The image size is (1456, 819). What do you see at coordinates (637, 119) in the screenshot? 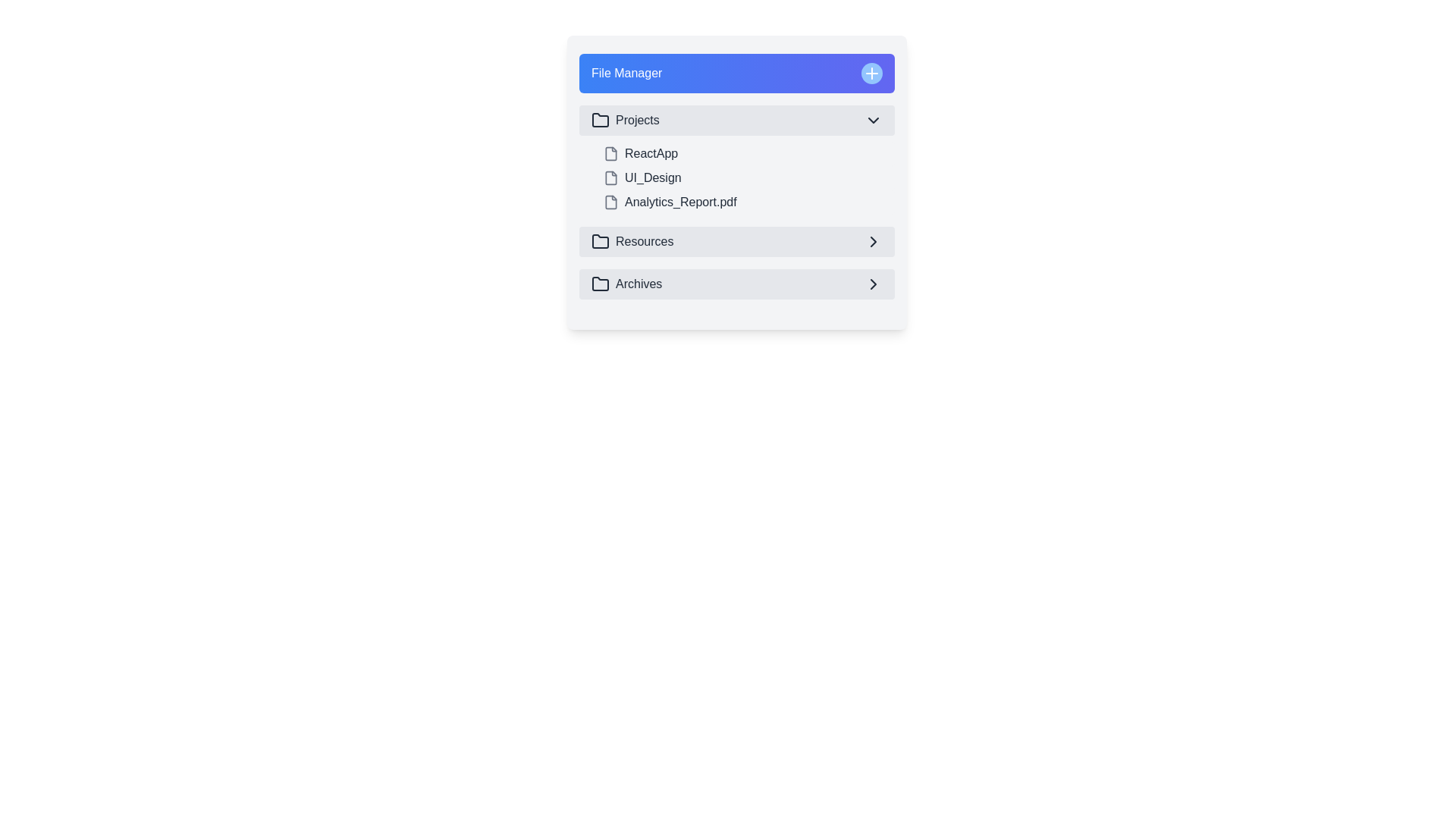
I see `the 'Projects' text label, which is styled in a sans-serif font and positioned in the upper-middle part of the file manager interface, adjacent to a folder icon and above the 'ReactApp' section` at bounding box center [637, 119].